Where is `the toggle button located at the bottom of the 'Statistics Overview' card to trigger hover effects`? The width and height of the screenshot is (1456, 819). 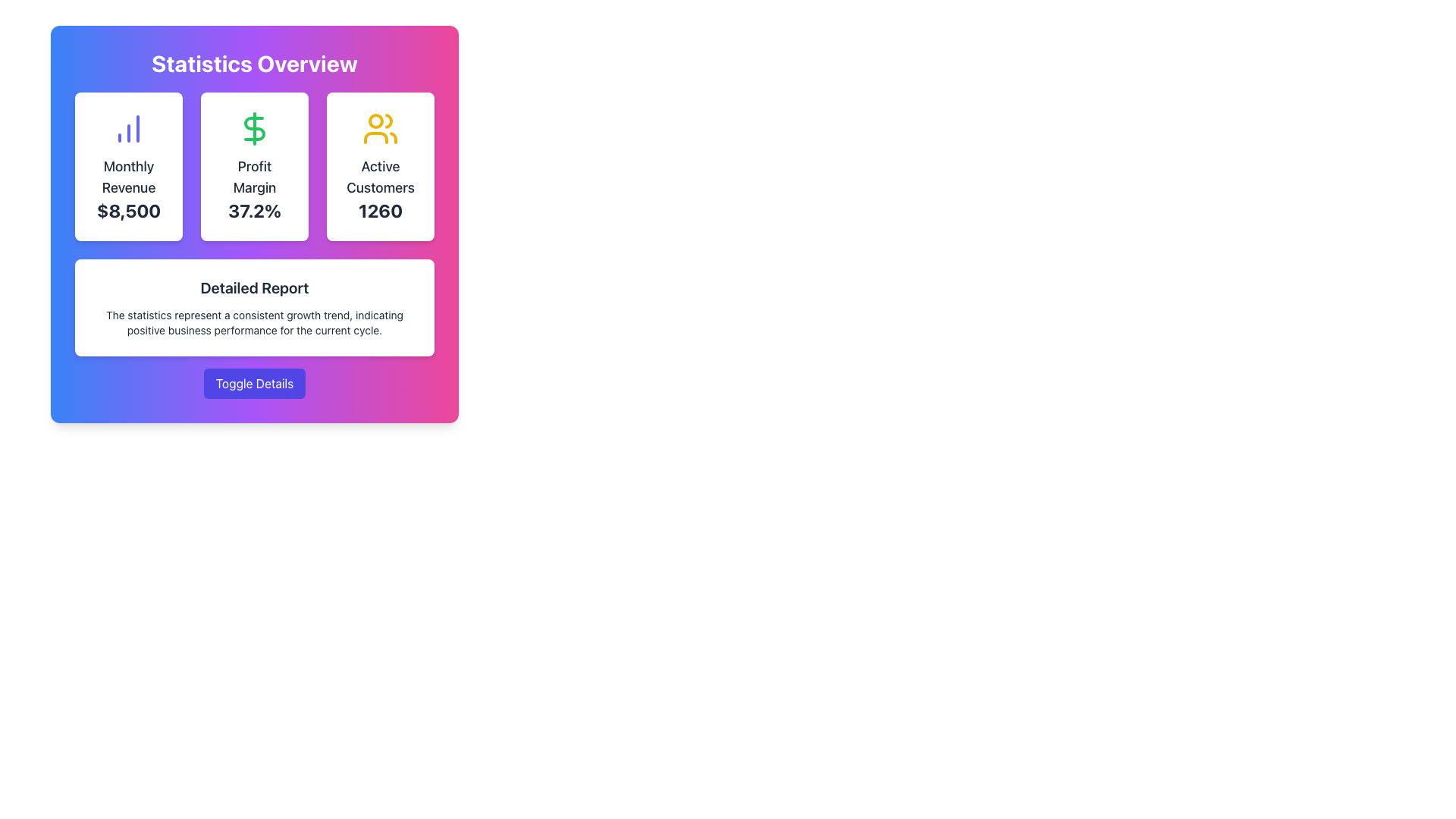
the toggle button located at the bottom of the 'Statistics Overview' card to trigger hover effects is located at coordinates (255, 382).